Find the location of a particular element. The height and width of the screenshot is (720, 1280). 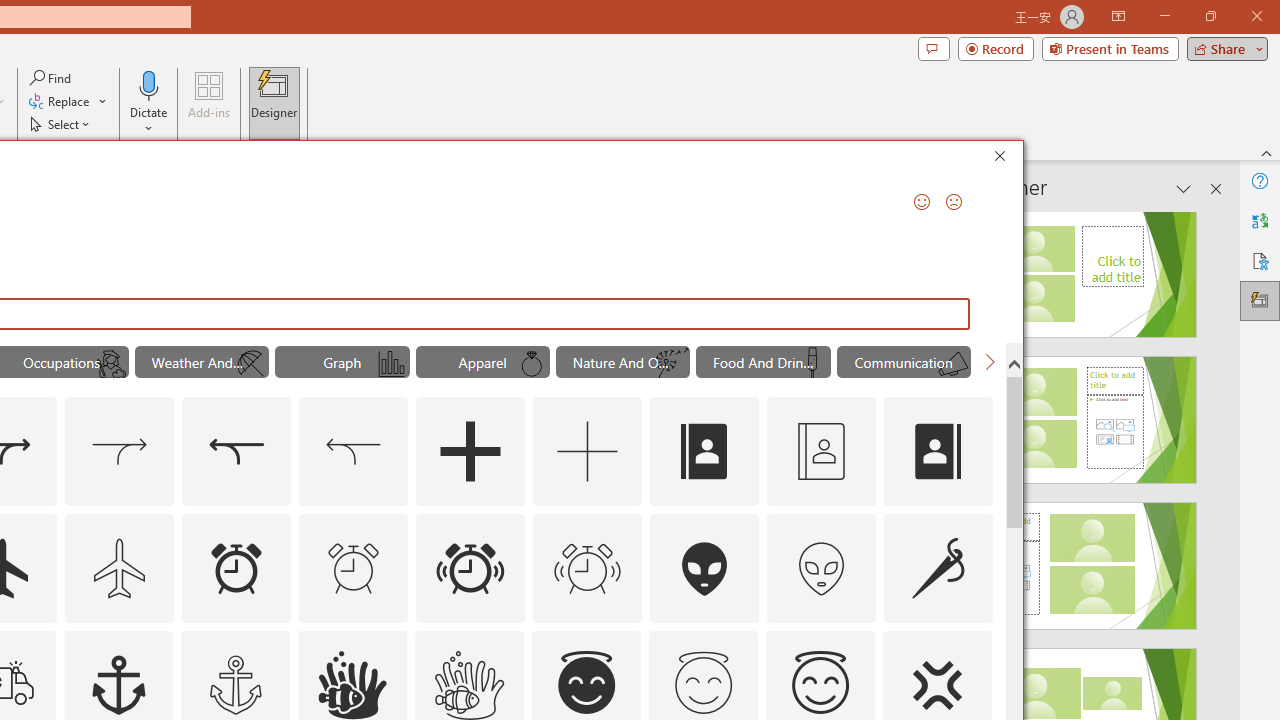

'"Communication" Icons.' is located at coordinates (903, 362).